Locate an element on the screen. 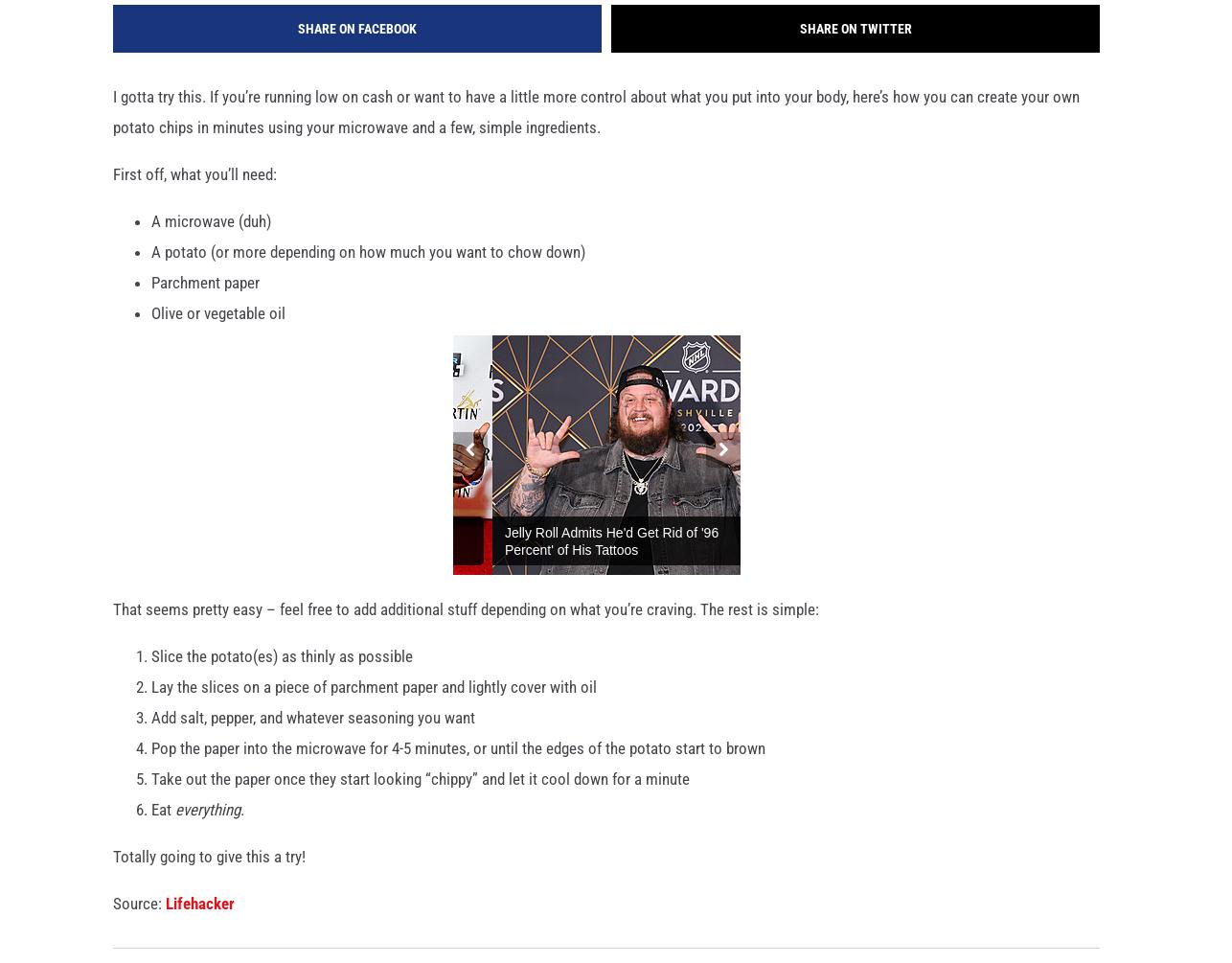 This screenshot has height=963, width=1232. 'Totally going to give this a try!' is located at coordinates (209, 863).